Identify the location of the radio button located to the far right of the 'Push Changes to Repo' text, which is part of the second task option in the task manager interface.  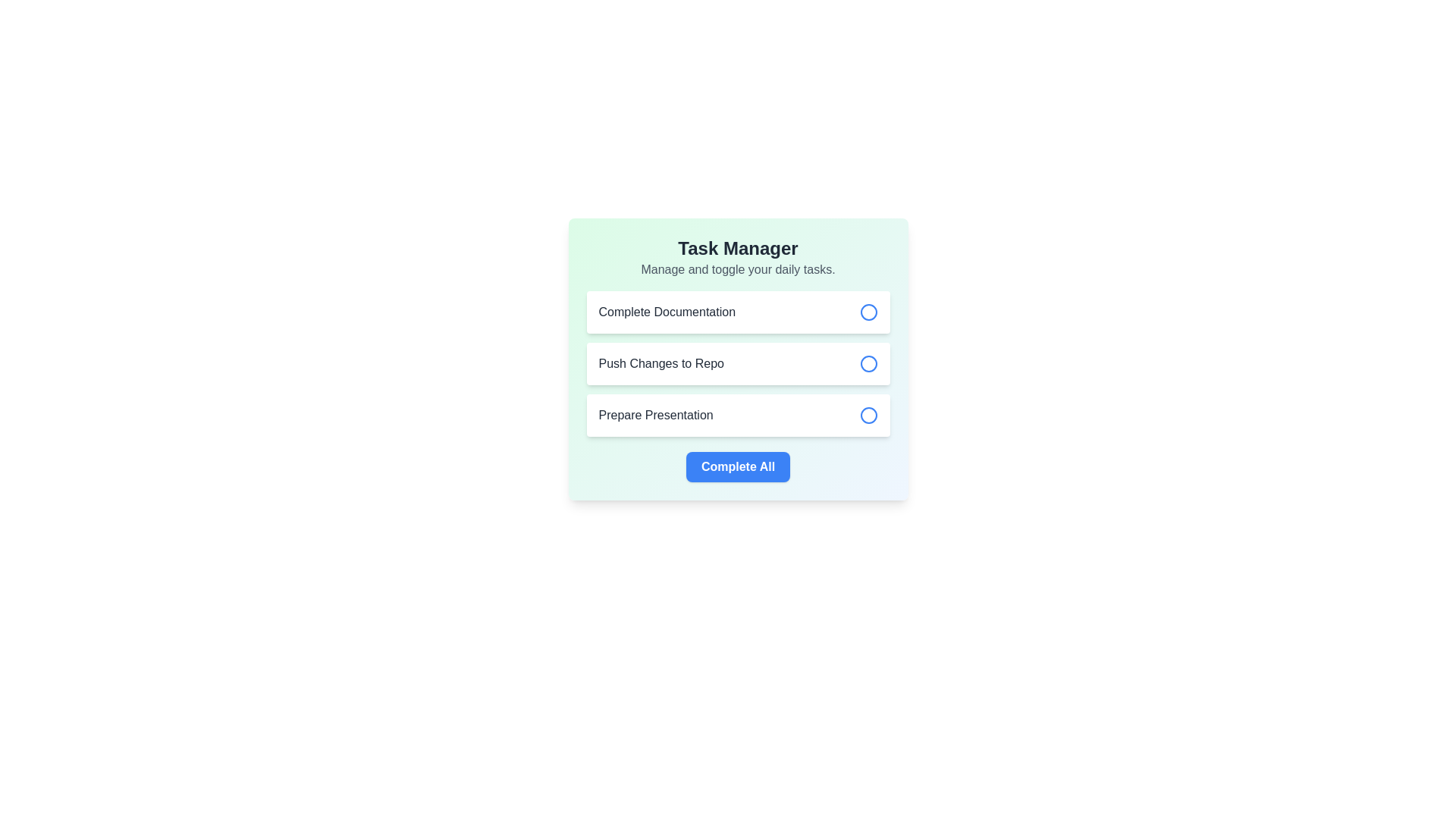
(868, 363).